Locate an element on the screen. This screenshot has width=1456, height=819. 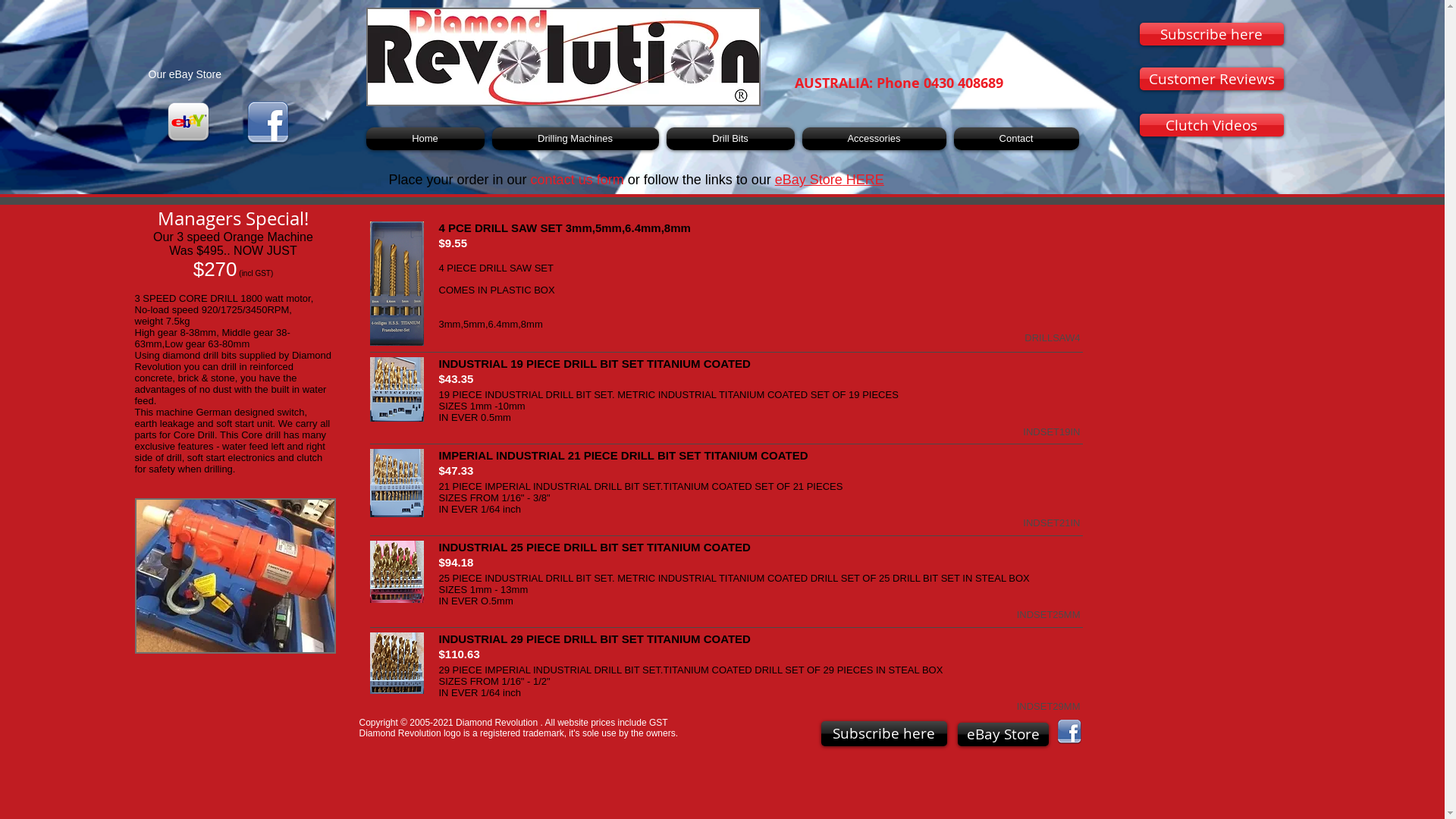
'Drilling Machines' is located at coordinates (574, 138).